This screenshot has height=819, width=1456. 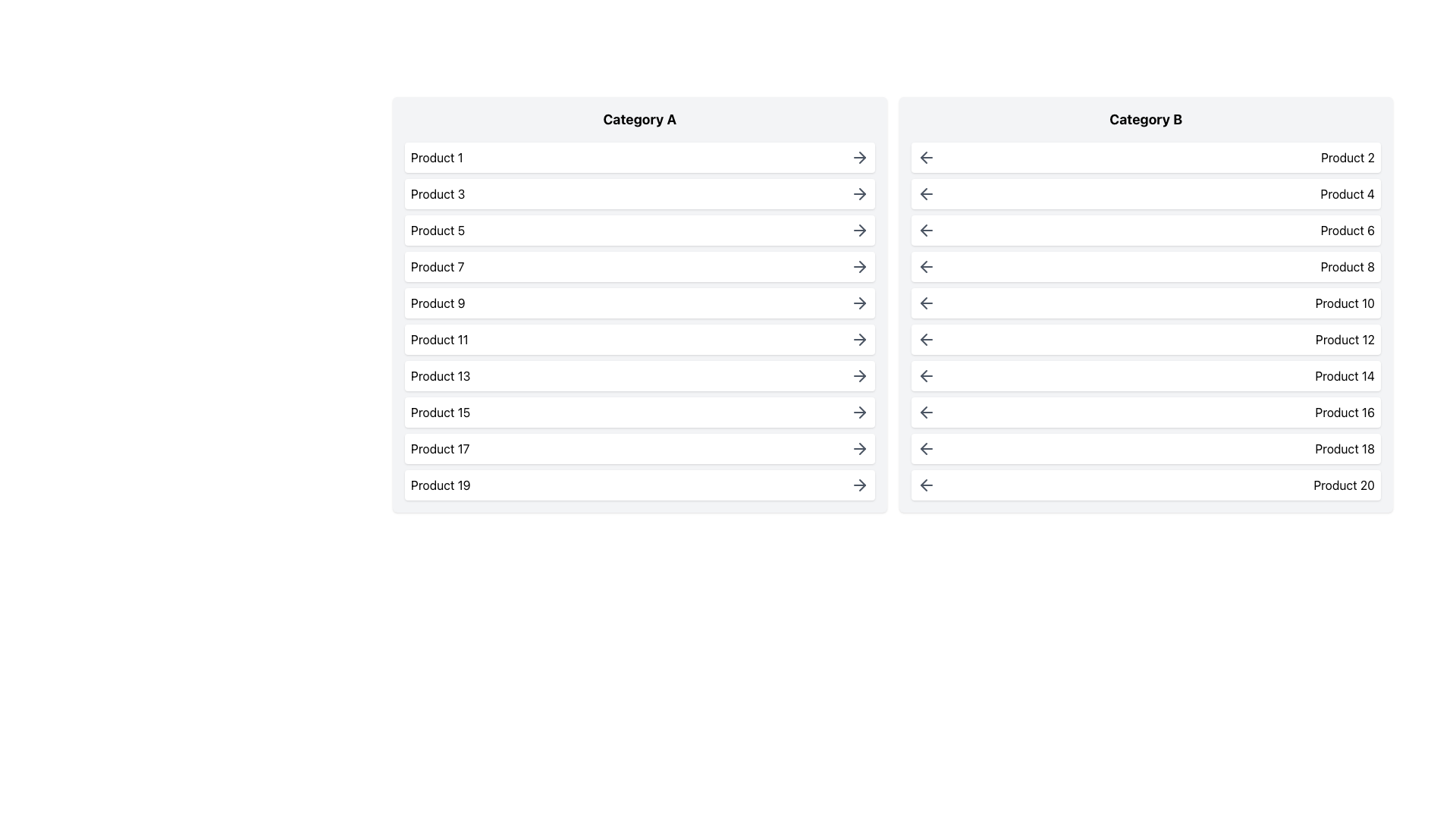 What do you see at coordinates (925, 158) in the screenshot?
I see `the left-pointing arrow button located at the beginning of the 'Product 2' row under the 'Category B' column to trigger the color change effect` at bounding box center [925, 158].